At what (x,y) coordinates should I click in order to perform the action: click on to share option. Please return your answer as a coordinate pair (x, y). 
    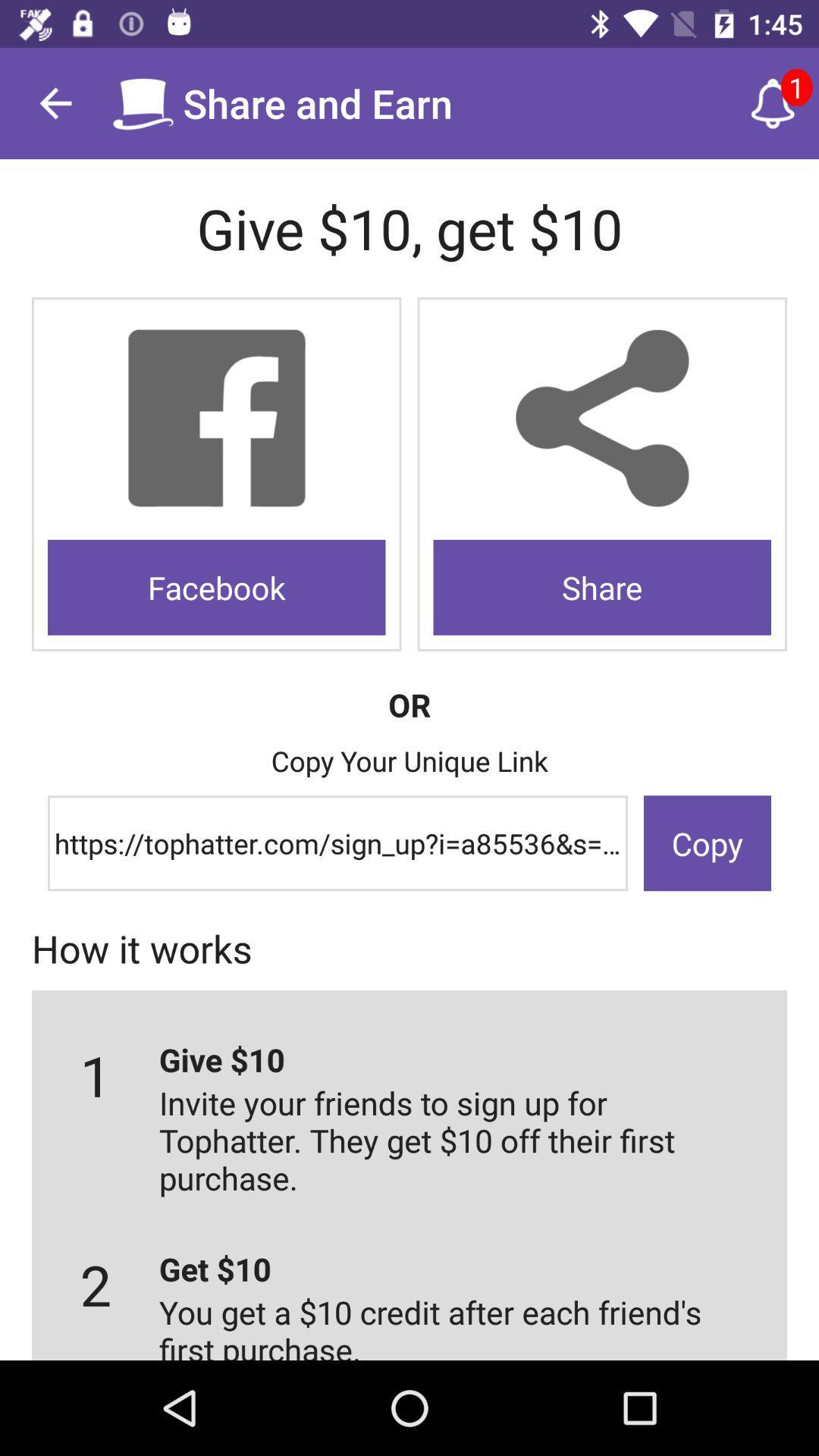
    Looking at the image, I should click on (601, 419).